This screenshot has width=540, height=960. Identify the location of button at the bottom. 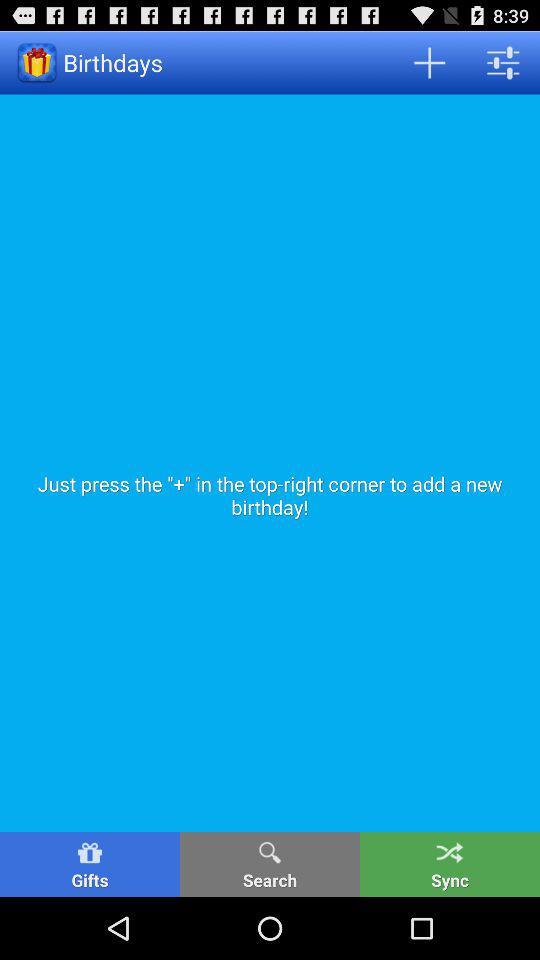
(270, 863).